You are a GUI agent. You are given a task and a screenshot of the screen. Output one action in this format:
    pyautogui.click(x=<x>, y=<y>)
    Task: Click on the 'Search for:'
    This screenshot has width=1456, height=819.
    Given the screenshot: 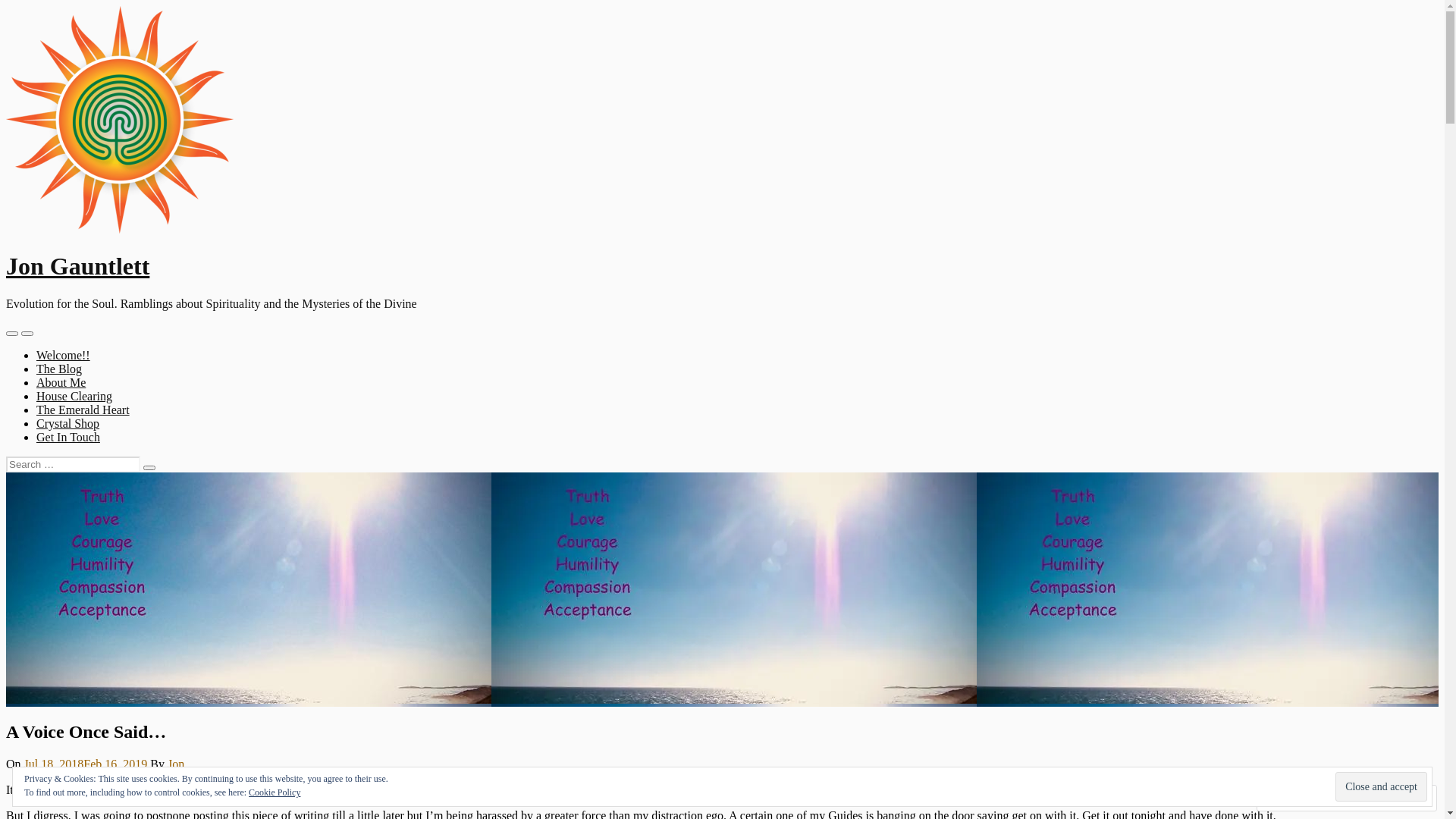 What is the action you would take?
    pyautogui.click(x=72, y=463)
    